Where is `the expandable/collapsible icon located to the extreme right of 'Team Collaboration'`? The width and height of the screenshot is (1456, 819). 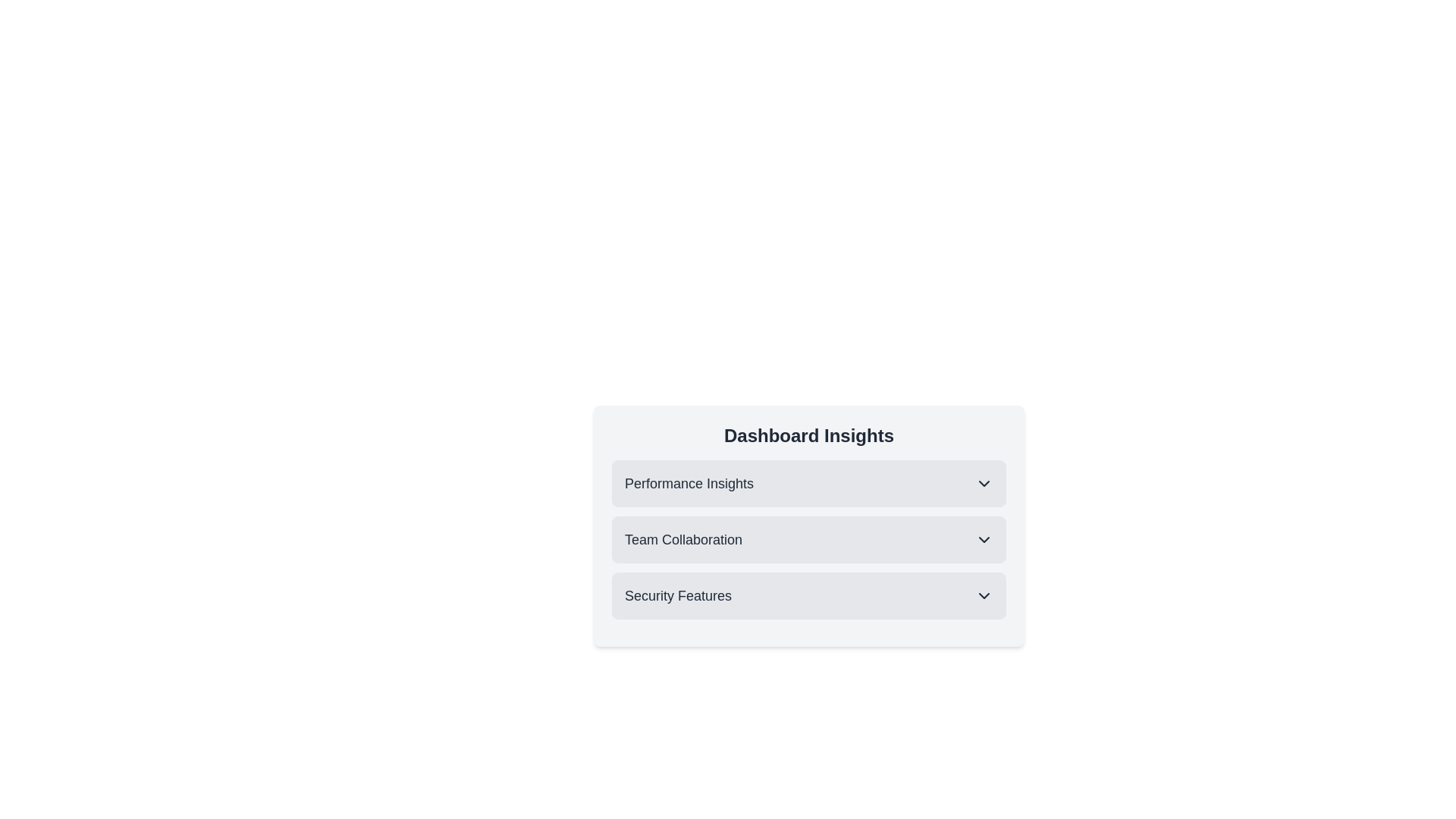
the expandable/collapsible icon located to the extreme right of 'Team Collaboration' is located at coordinates (984, 539).